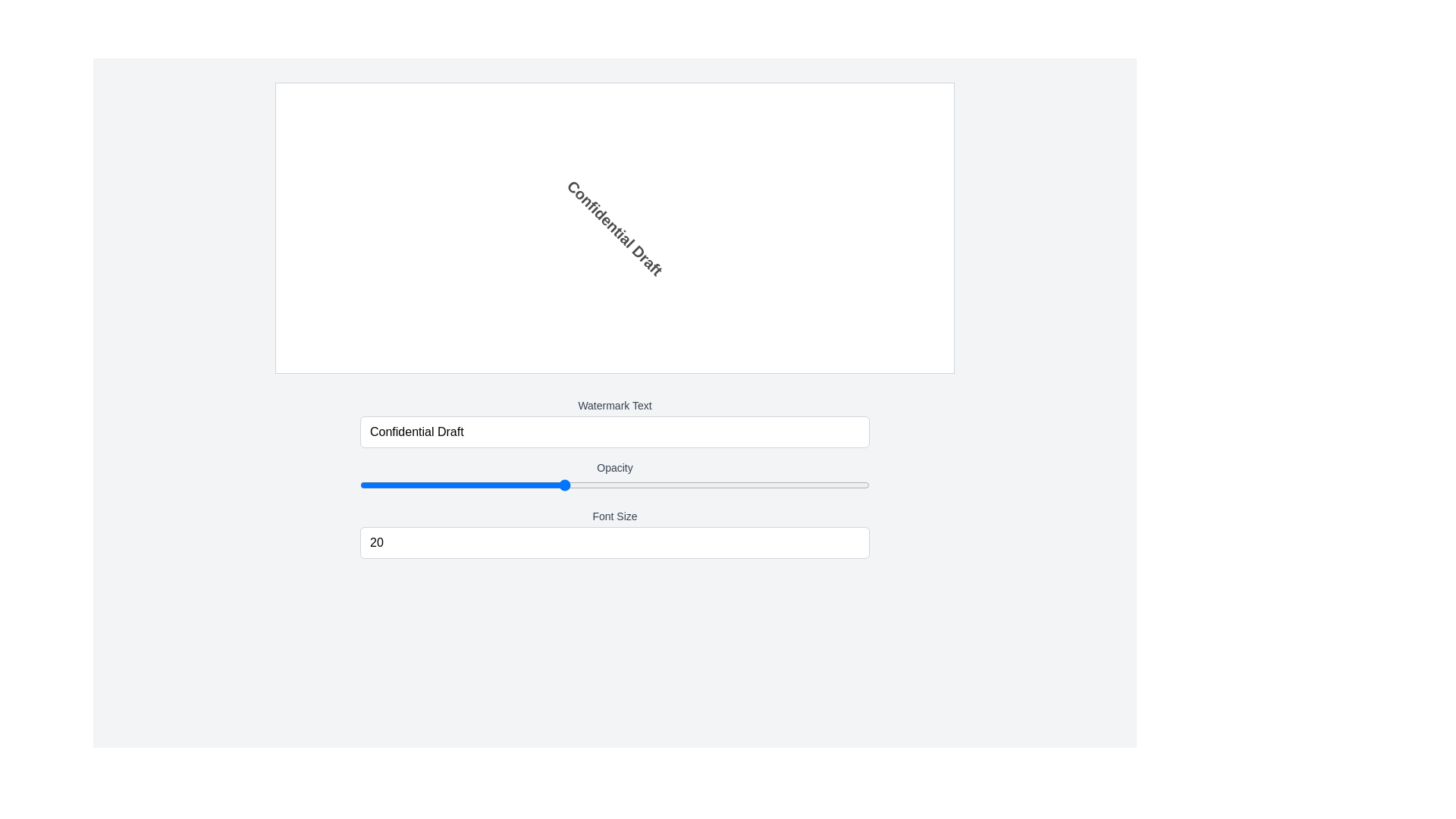 This screenshot has width=1456, height=819. What do you see at coordinates (359, 485) in the screenshot?
I see `opacity` at bounding box center [359, 485].